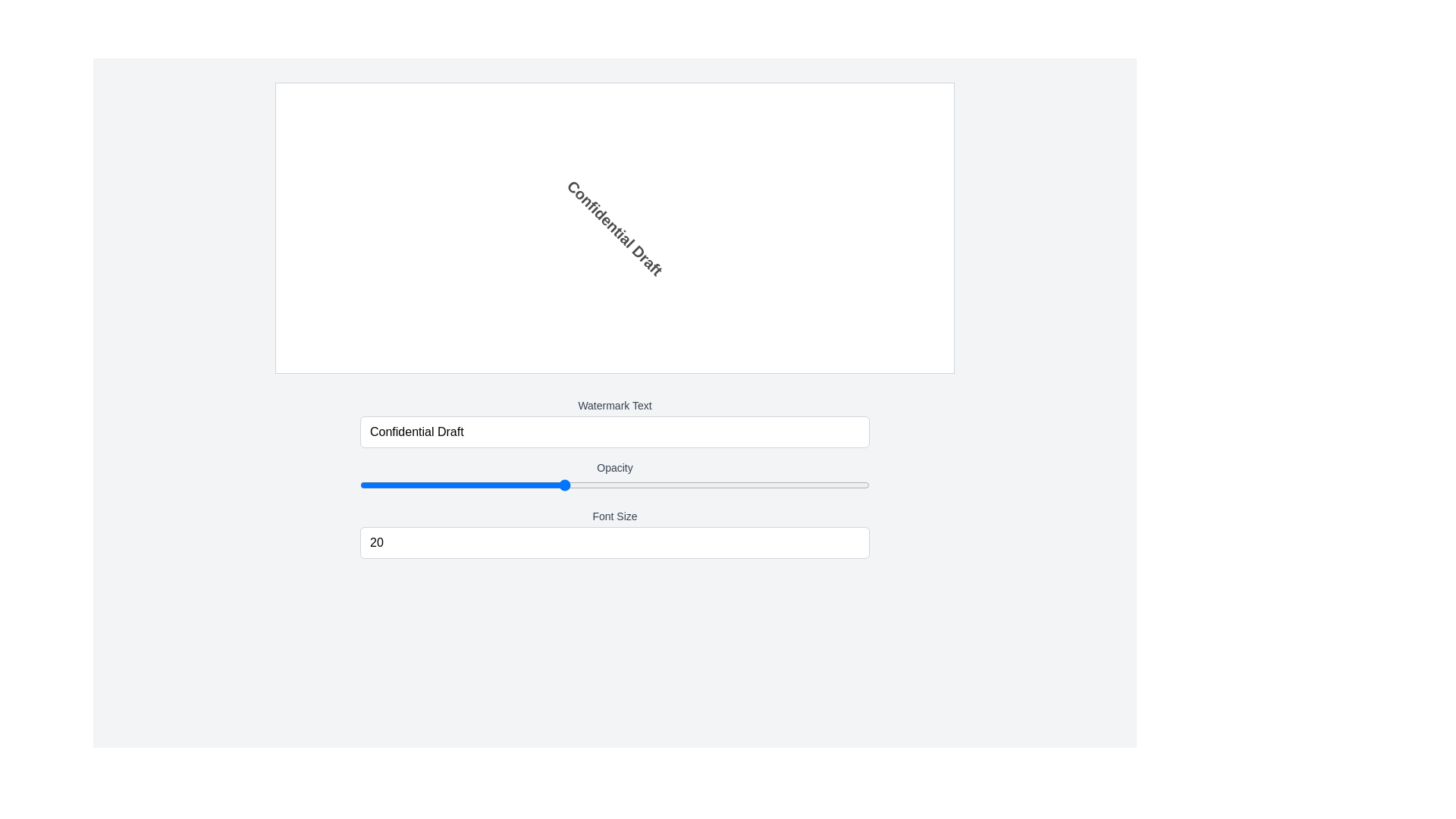 This screenshot has width=1456, height=819. What do you see at coordinates (359, 485) in the screenshot?
I see `opacity` at bounding box center [359, 485].